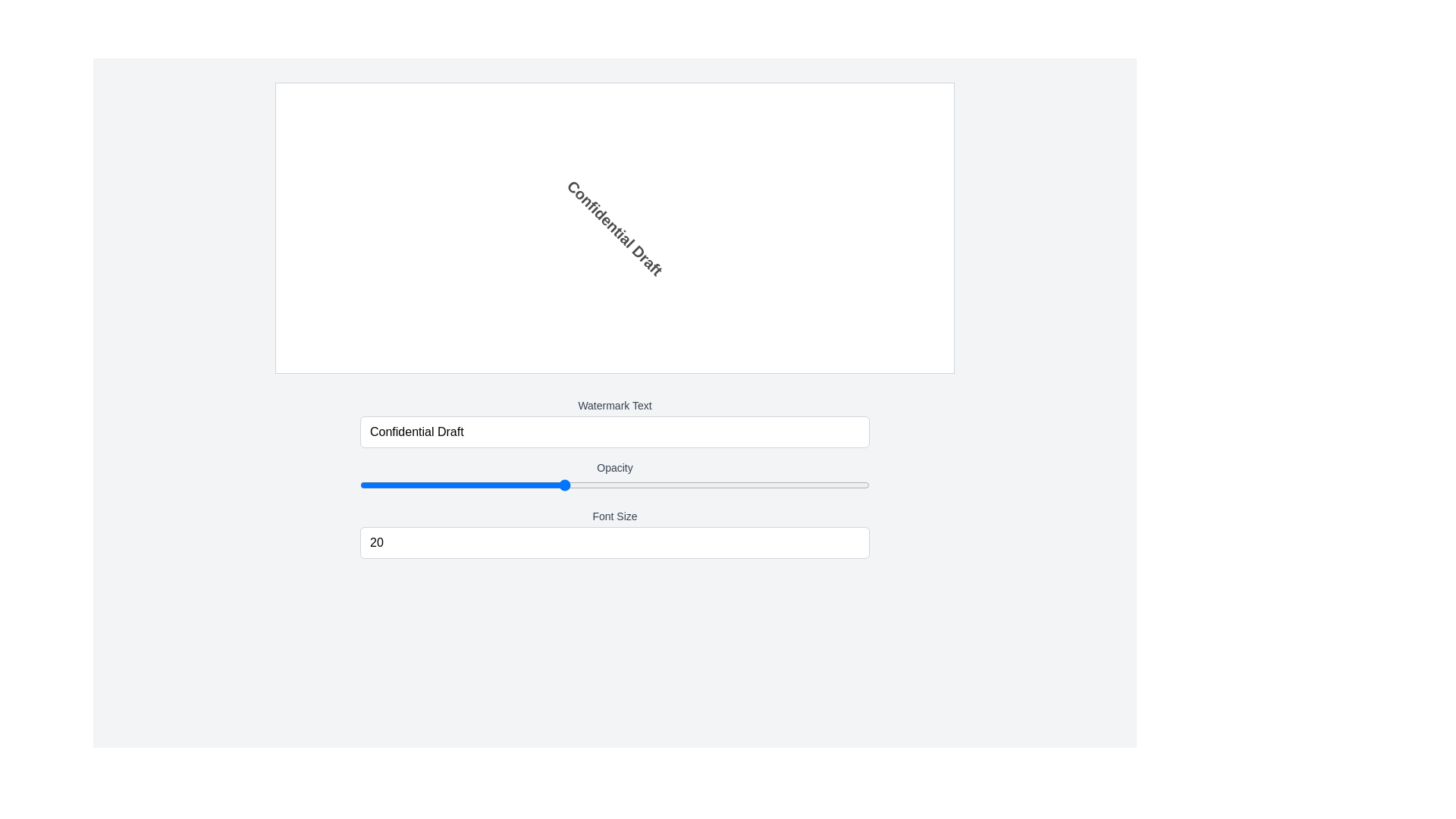 This screenshot has width=1456, height=819. What do you see at coordinates (359, 485) in the screenshot?
I see `opacity` at bounding box center [359, 485].